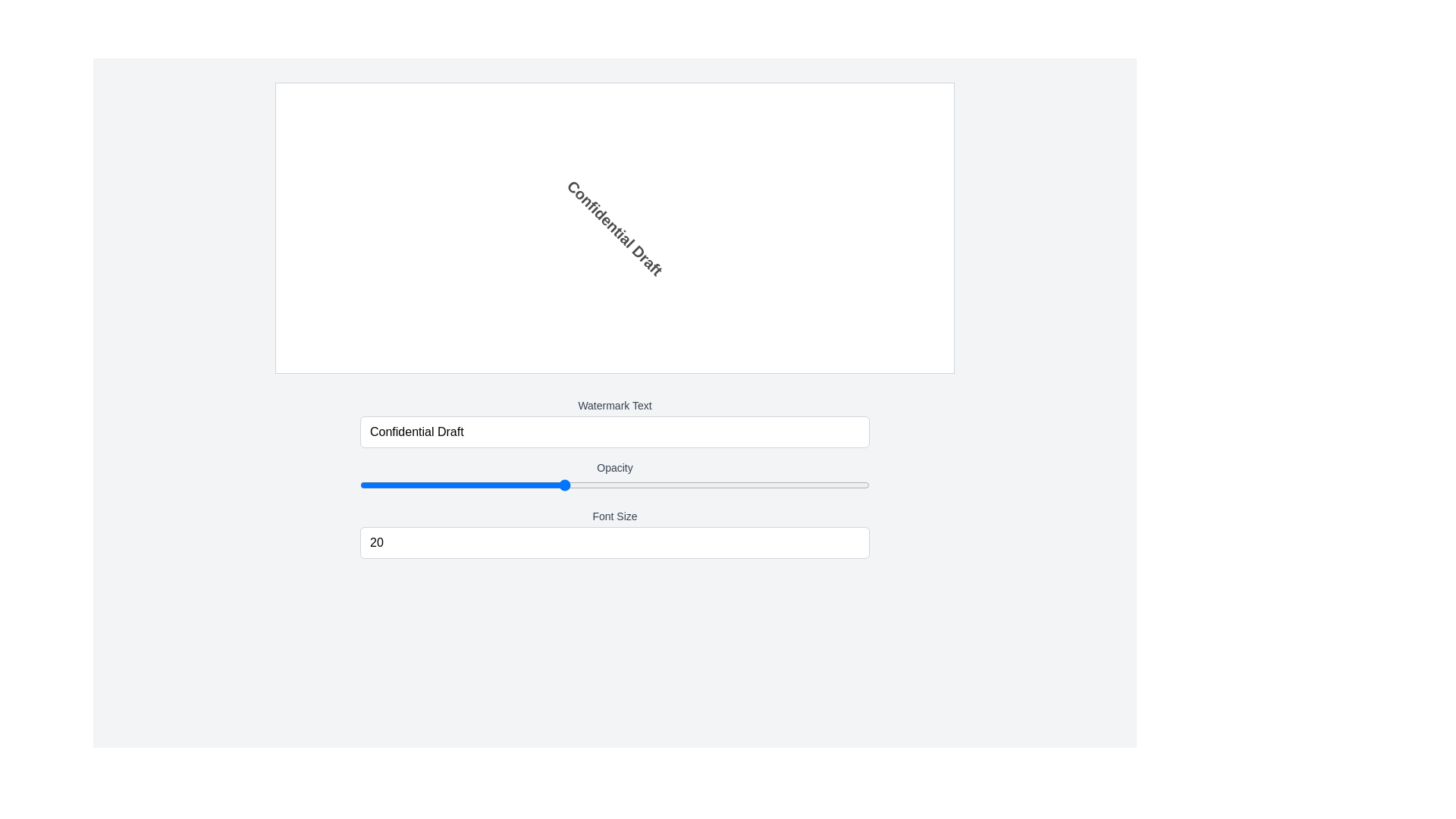 This screenshot has width=1456, height=819. What do you see at coordinates (359, 485) in the screenshot?
I see `opacity` at bounding box center [359, 485].